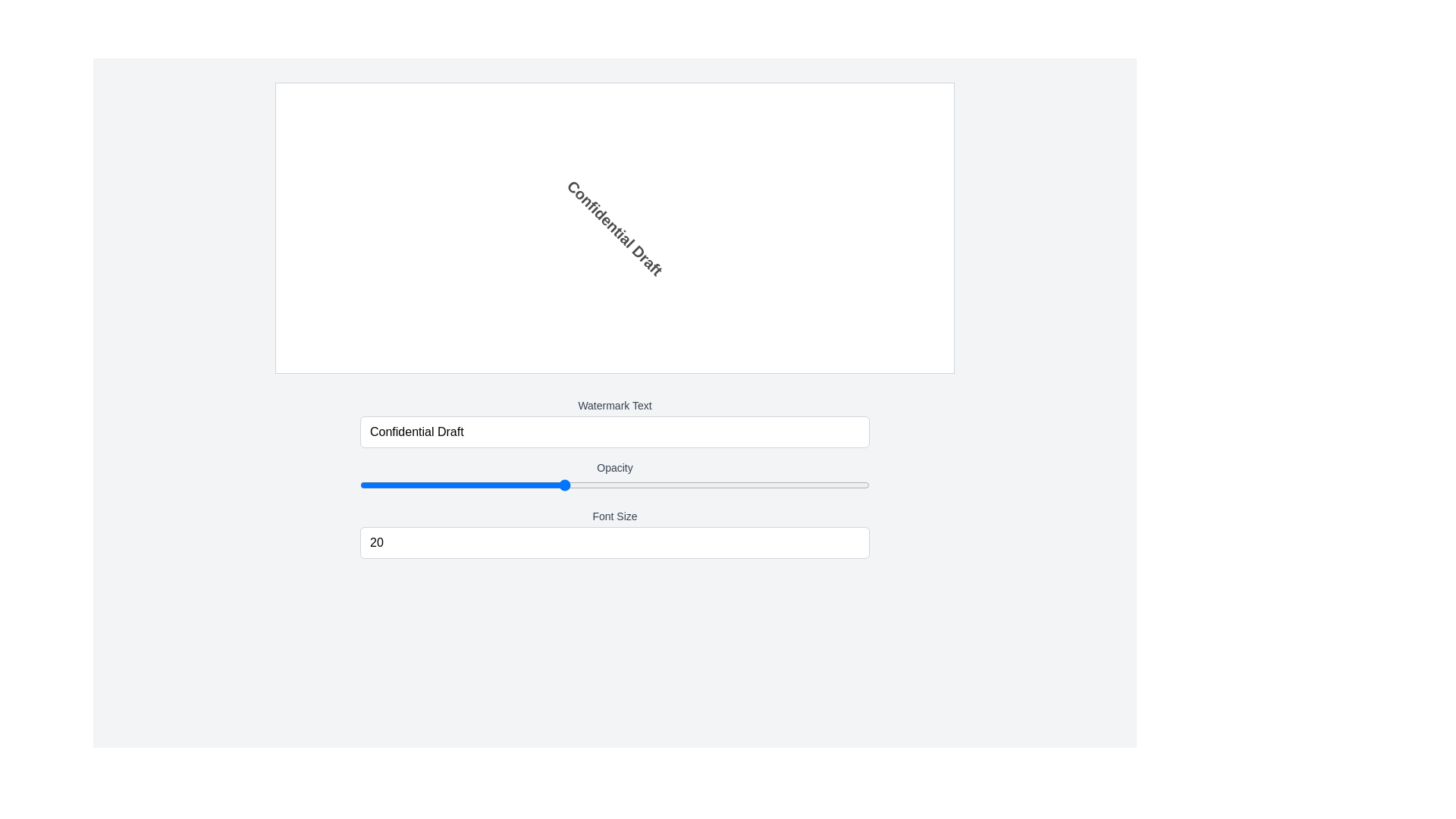 This screenshot has width=1456, height=819. What do you see at coordinates (359, 485) in the screenshot?
I see `opacity` at bounding box center [359, 485].